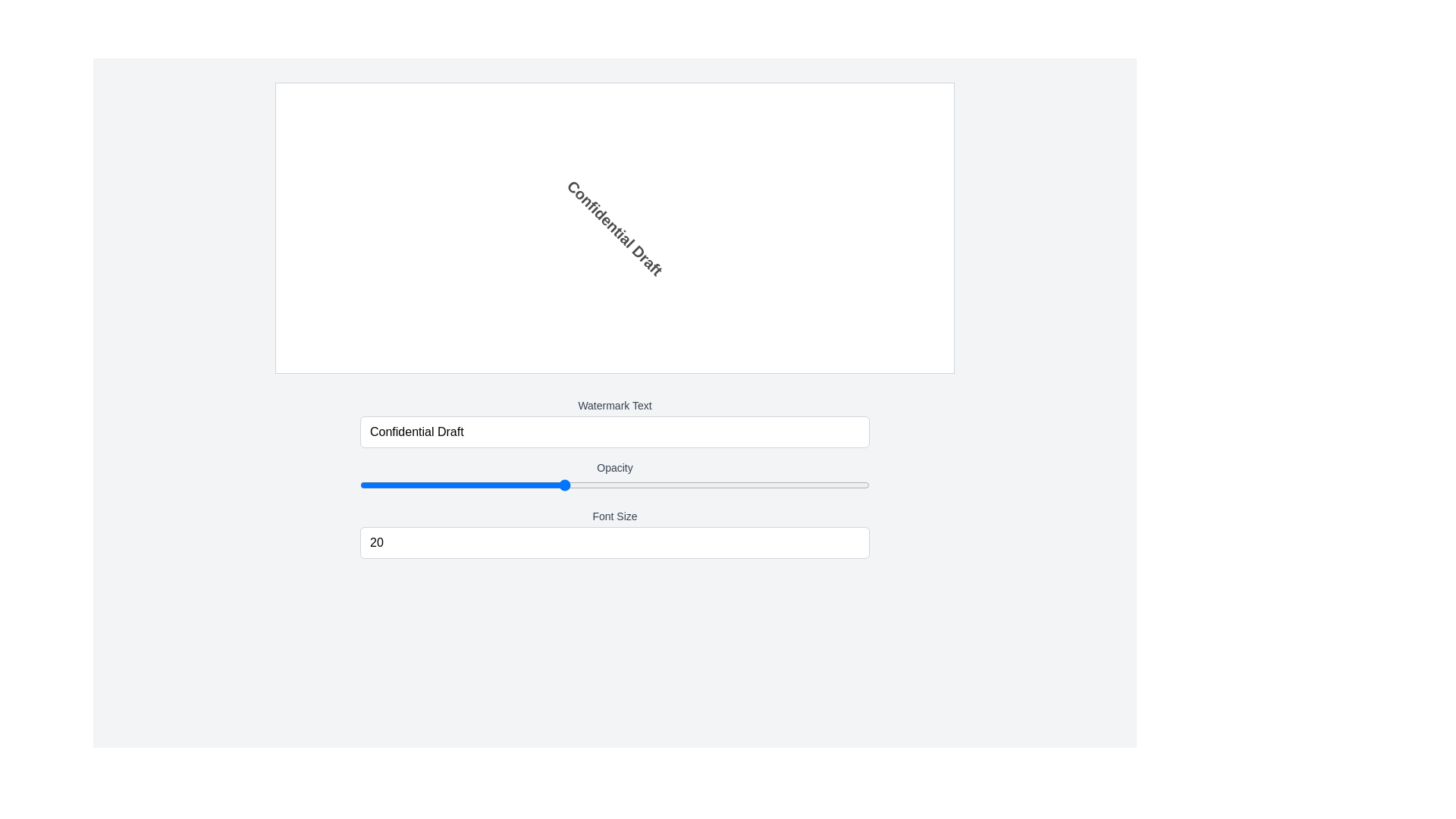 This screenshot has width=1456, height=819. What do you see at coordinates (359, 485) in the screenshot?
I see `opacity` at bounding box center [359, 485].